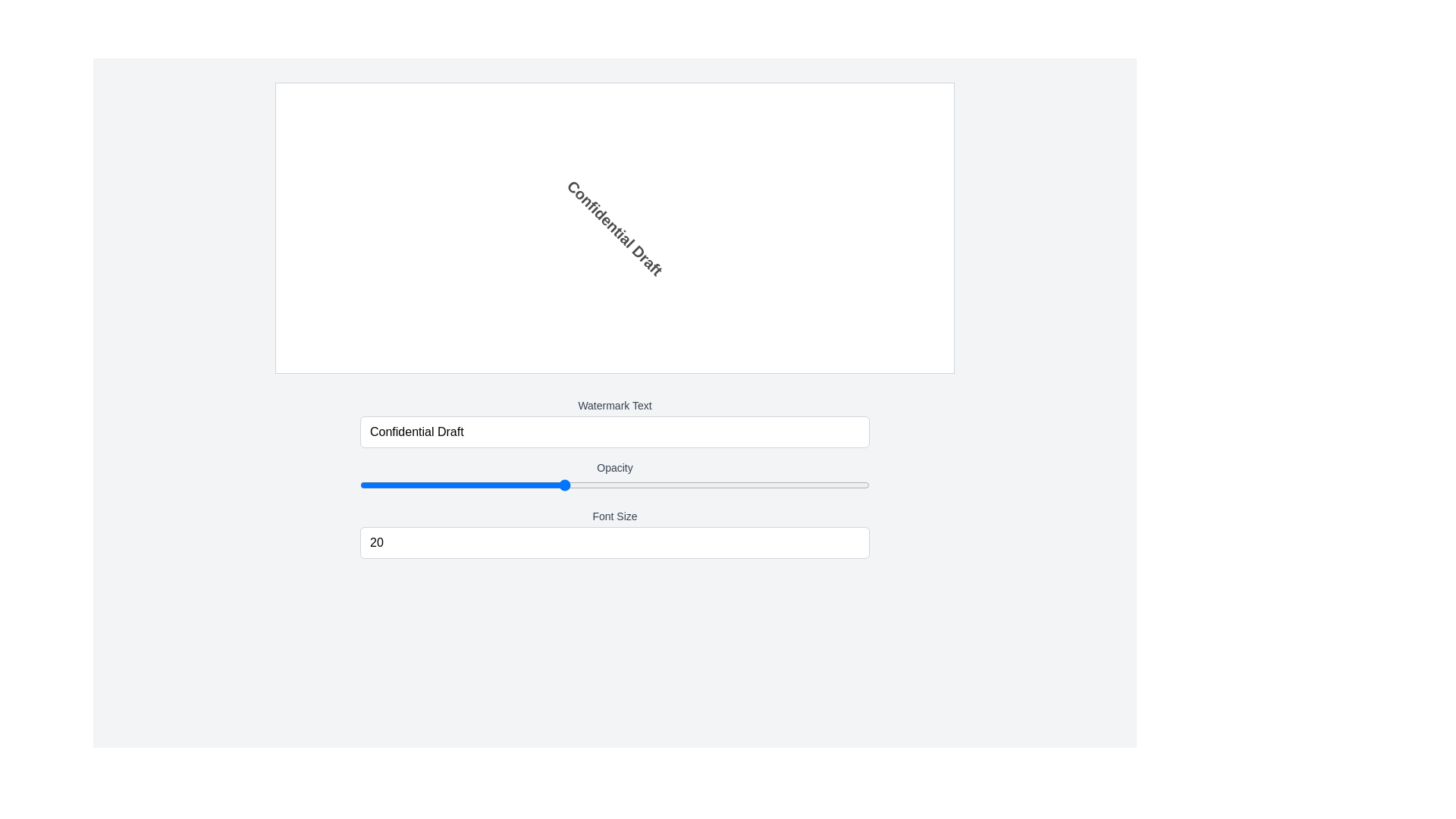 This screenshot has width=1456, height=819. What do you see at coordinates (359, 485) in the screenshot?
I see `opacity` at bounding box center [359, 485].